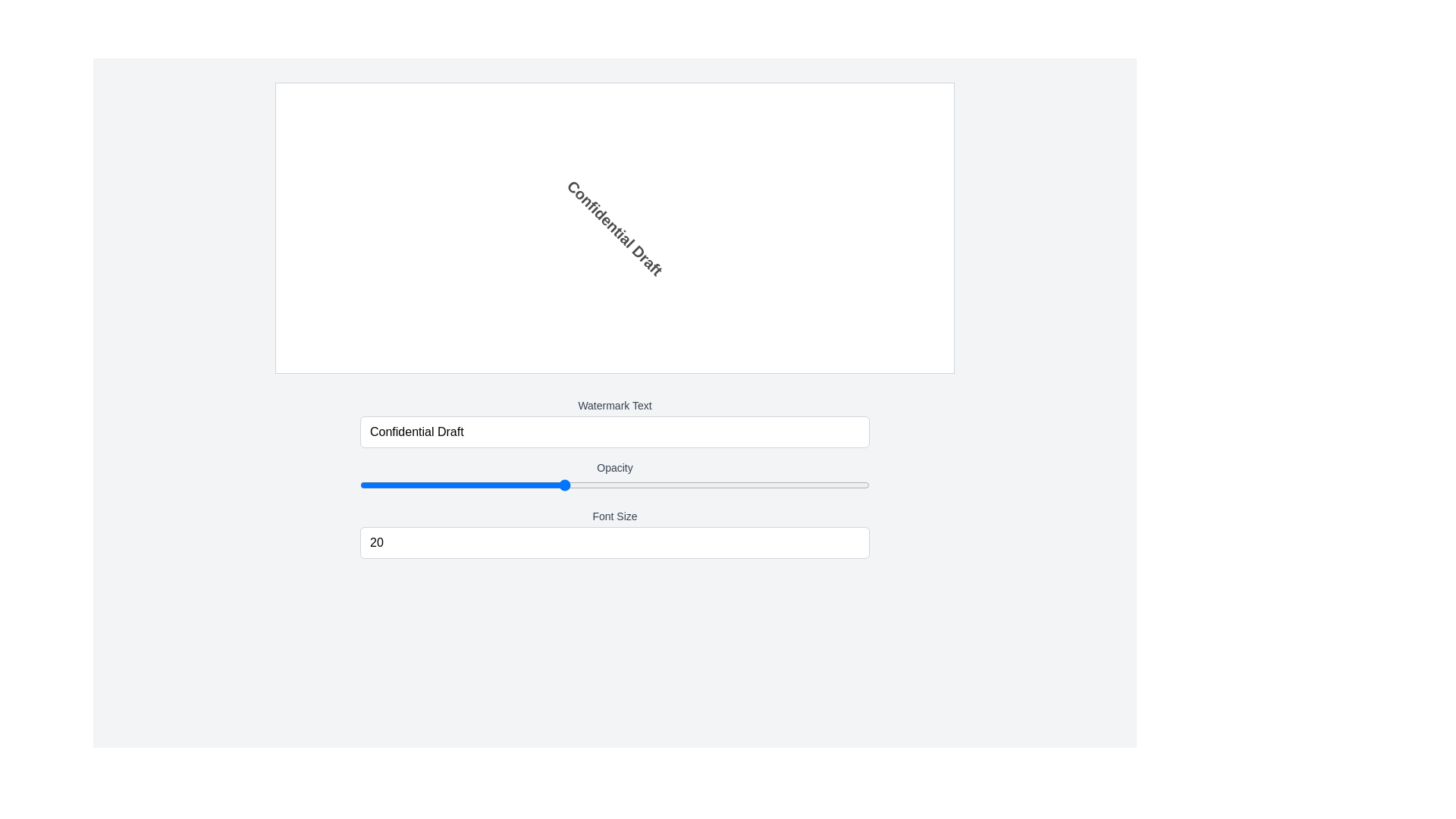 This screenshot has width=1456, height=819. What do you see at coordinates (359, 485) in the screenshot?
I see `opacity` at bounding box center [359, 485].